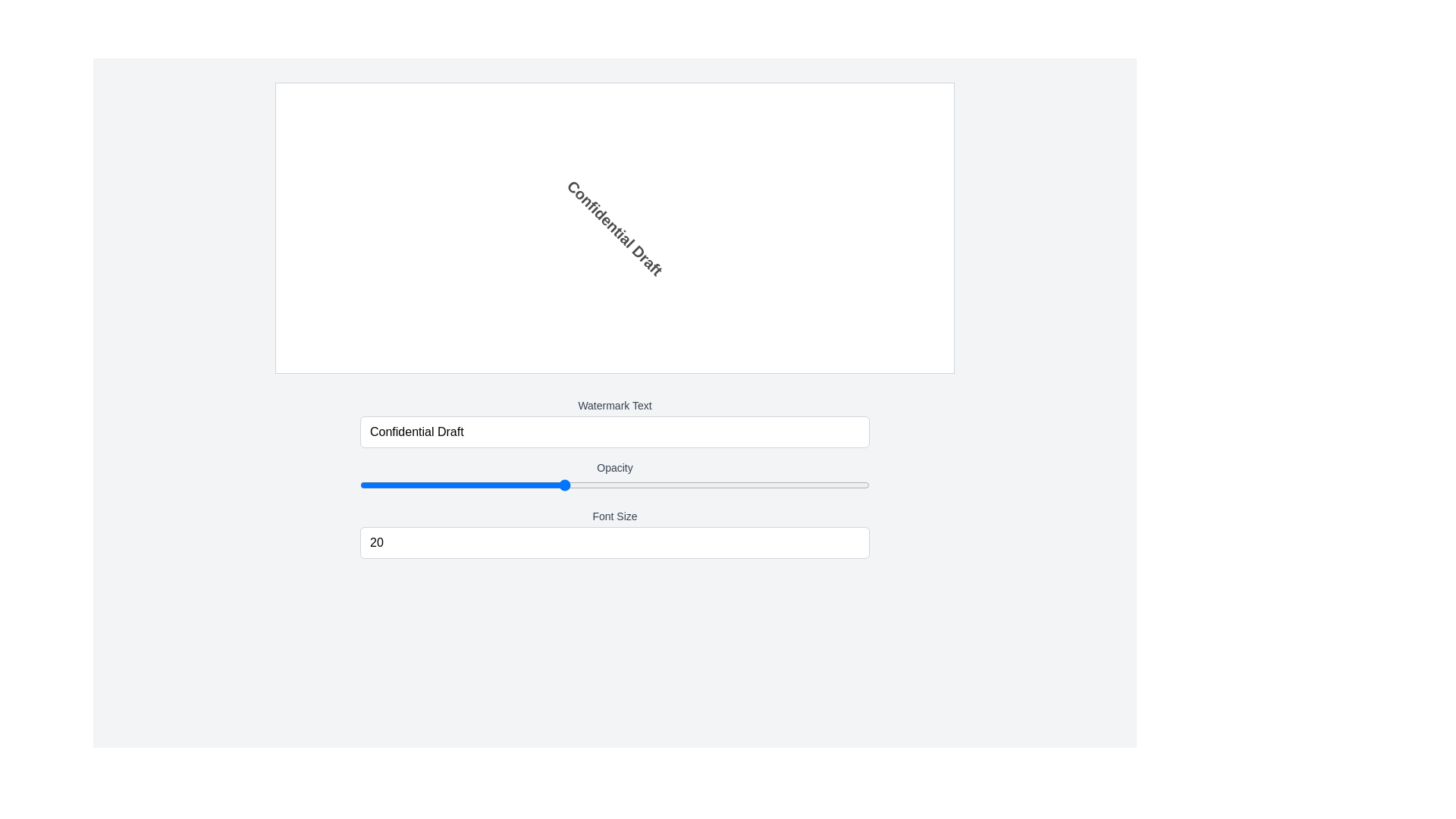 This screenshot has width=1456, height=819. What do you see at coordinates (359, 485) in the screenshot?
I see `opacity` at bounding box center [359, 485].